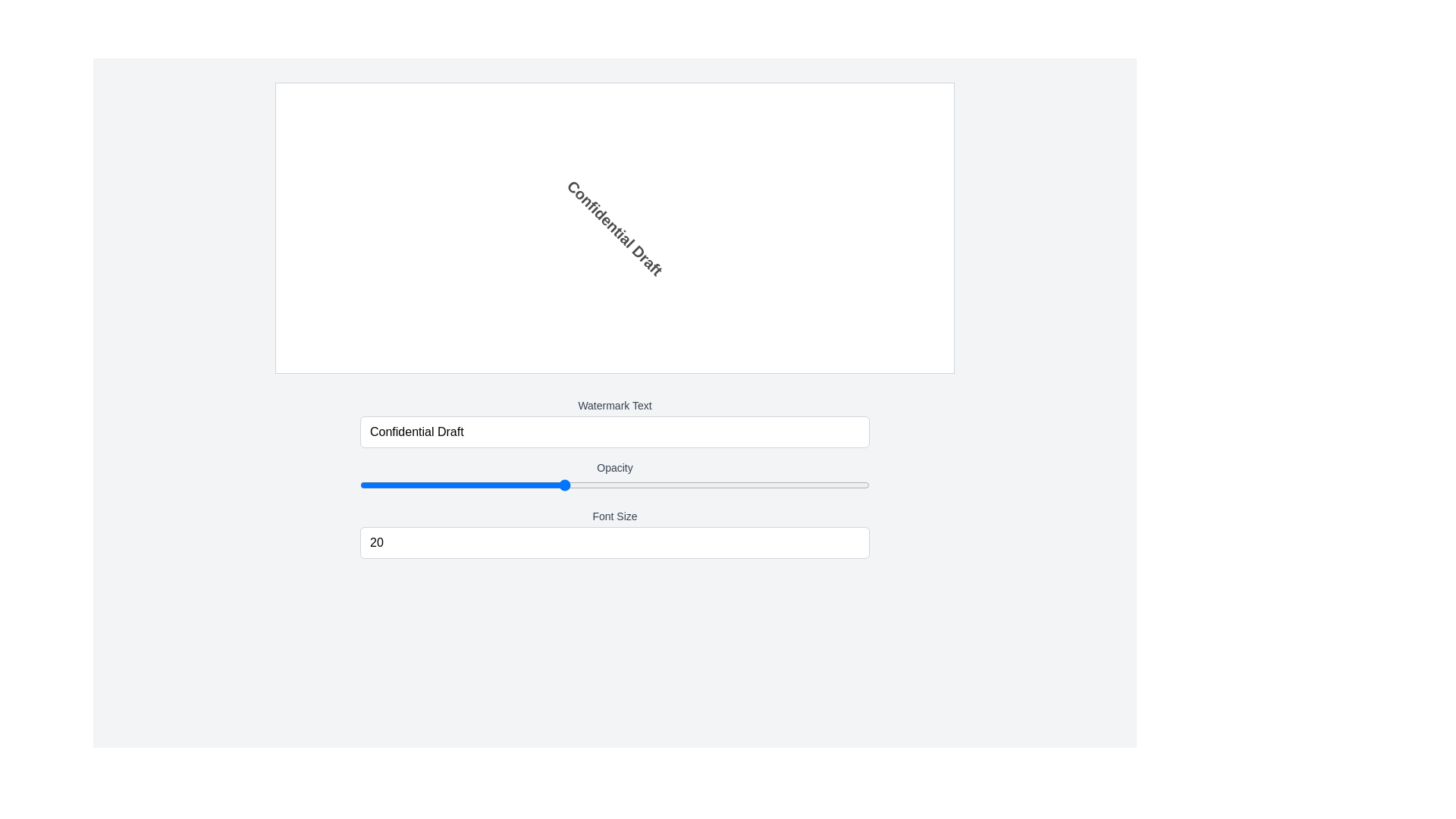 This screenshot has width=1456, height=819. What do you see at coordinates (359, 485) in the screenshot?
I see `opacity` at bounding box center [359, 485].